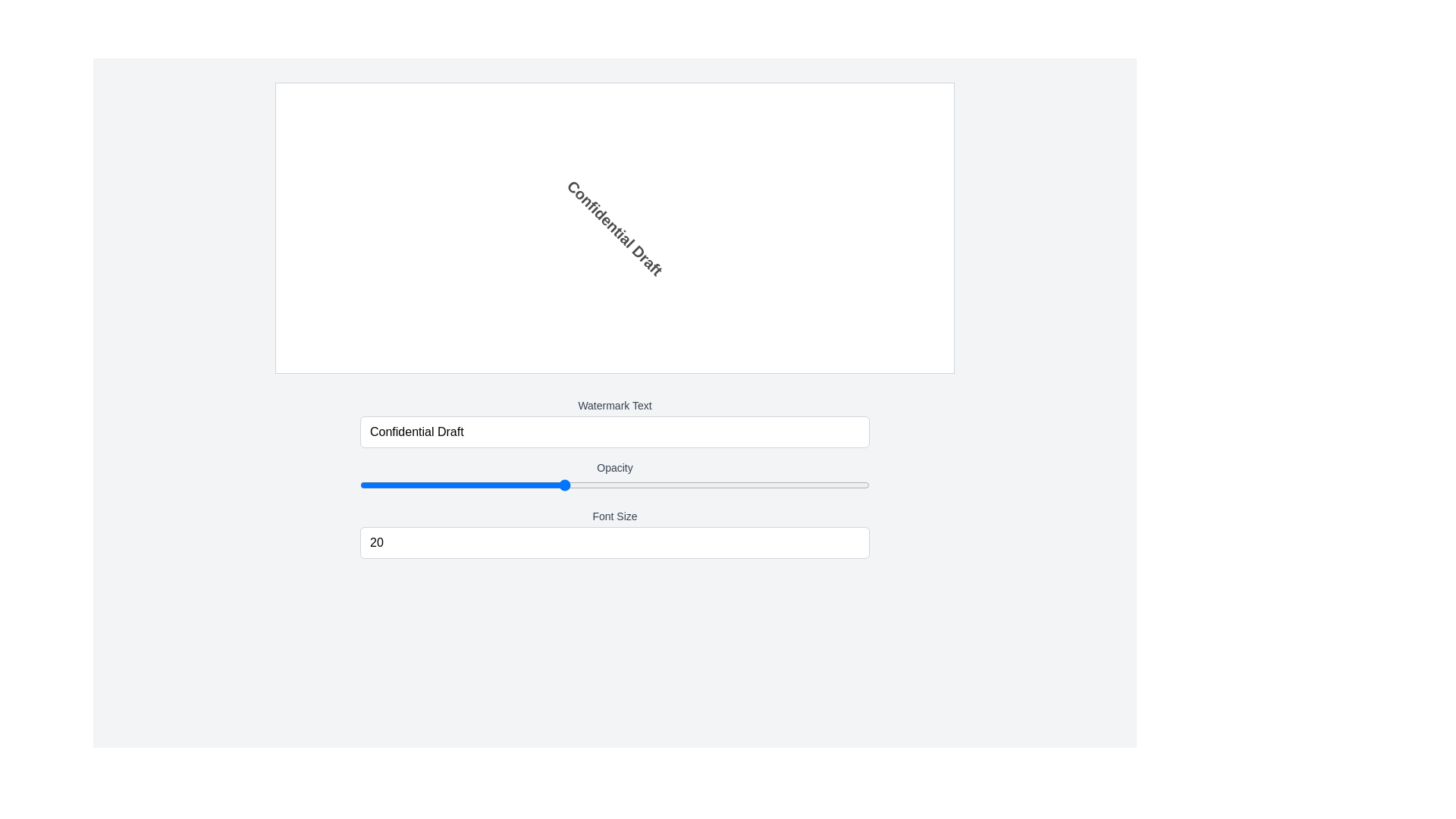 This screenshot has width=1456, height=819. What do you see at coordinates (359, 485) in the screenshot?
I see `opacity` at bounding box center [359, 485].